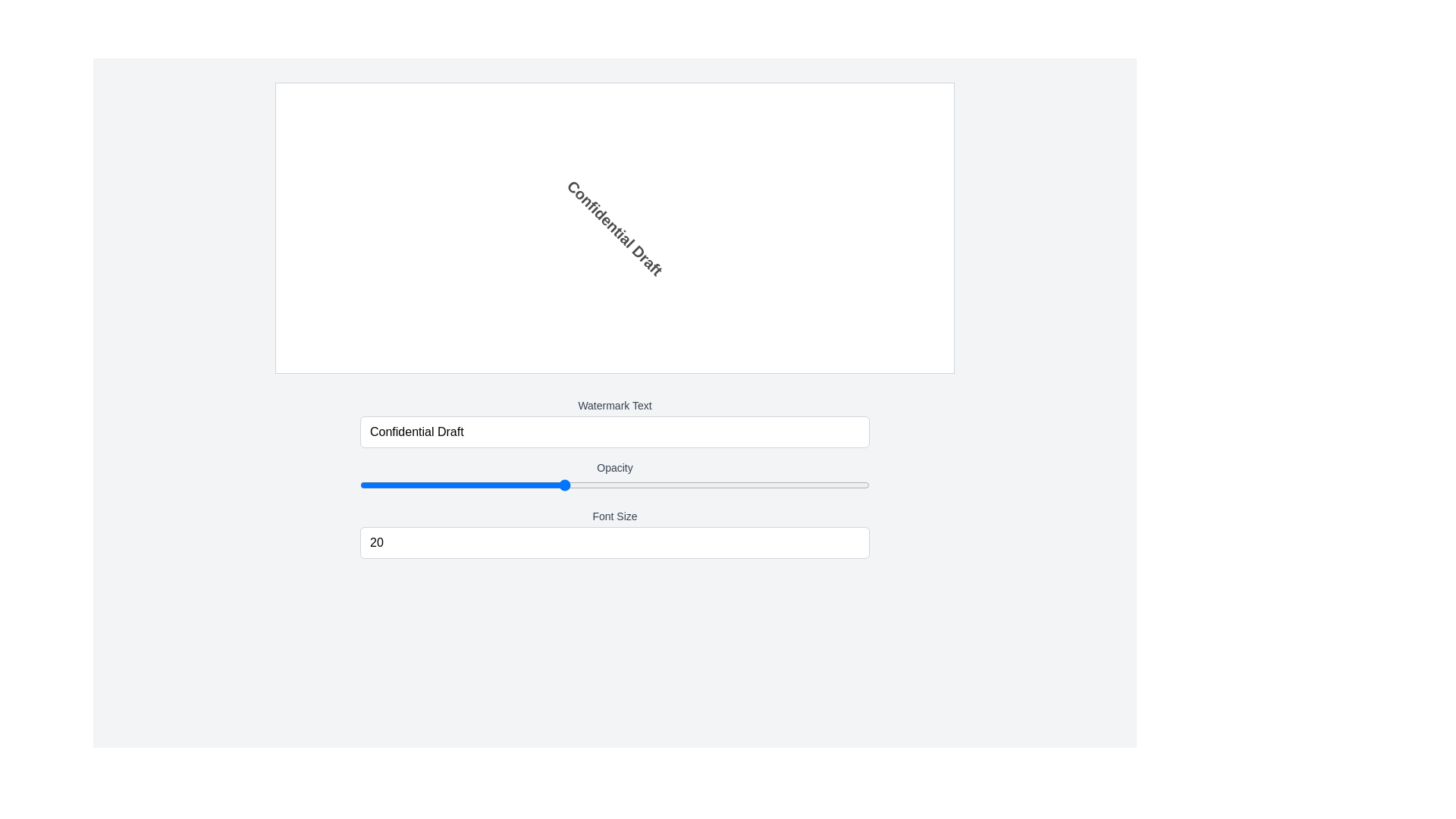 This screenshot has width=1456, height=819. What do you see at coordinates (359, 485) in the screenshot?
I see `opacity` at bounding box center [359, 485].